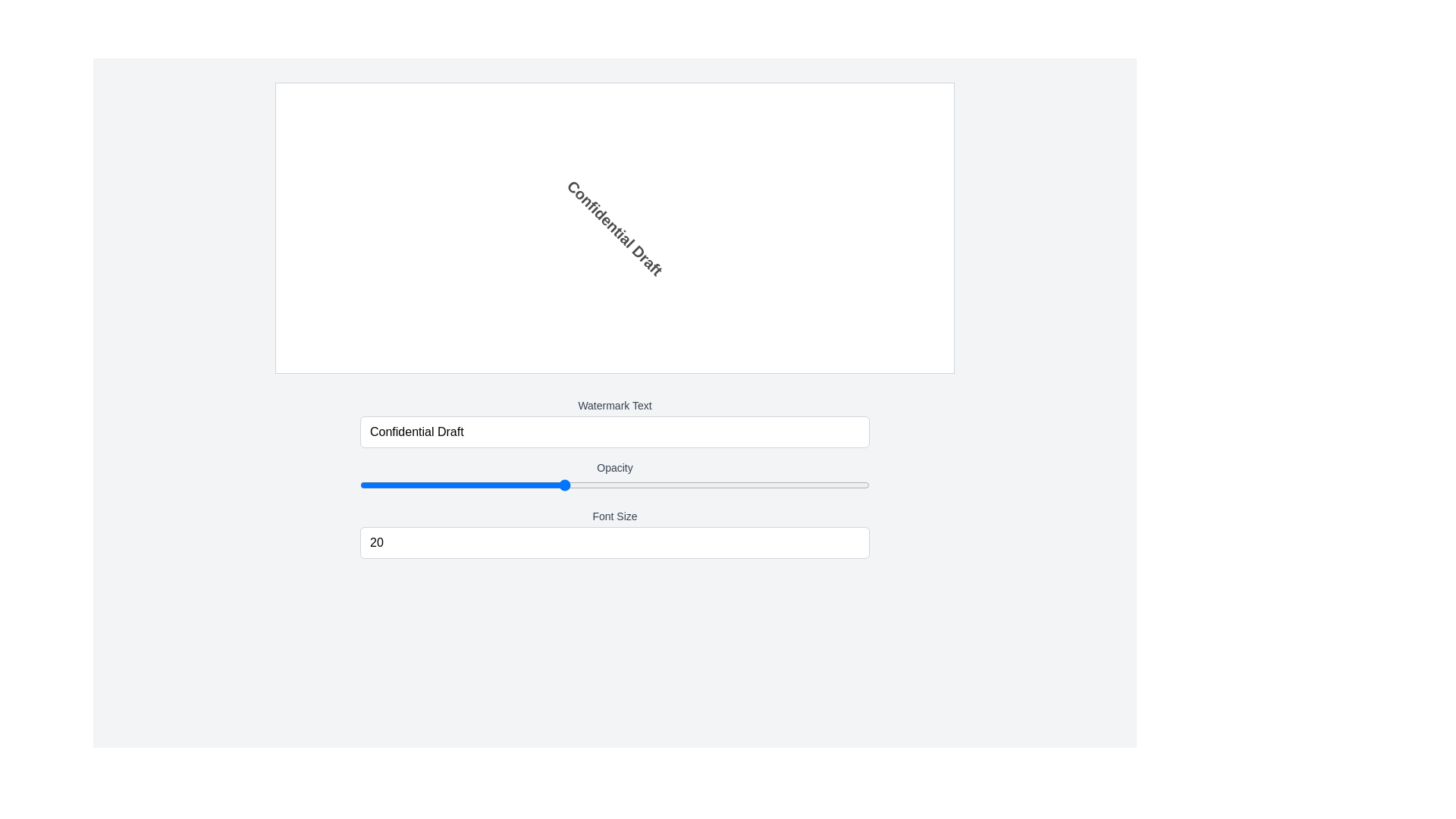 This screenshot has width=1456, height=819. What do you see at coordinates (359, 485) in the screenshot?
I see `opacity` at bounding box center [359, 485].